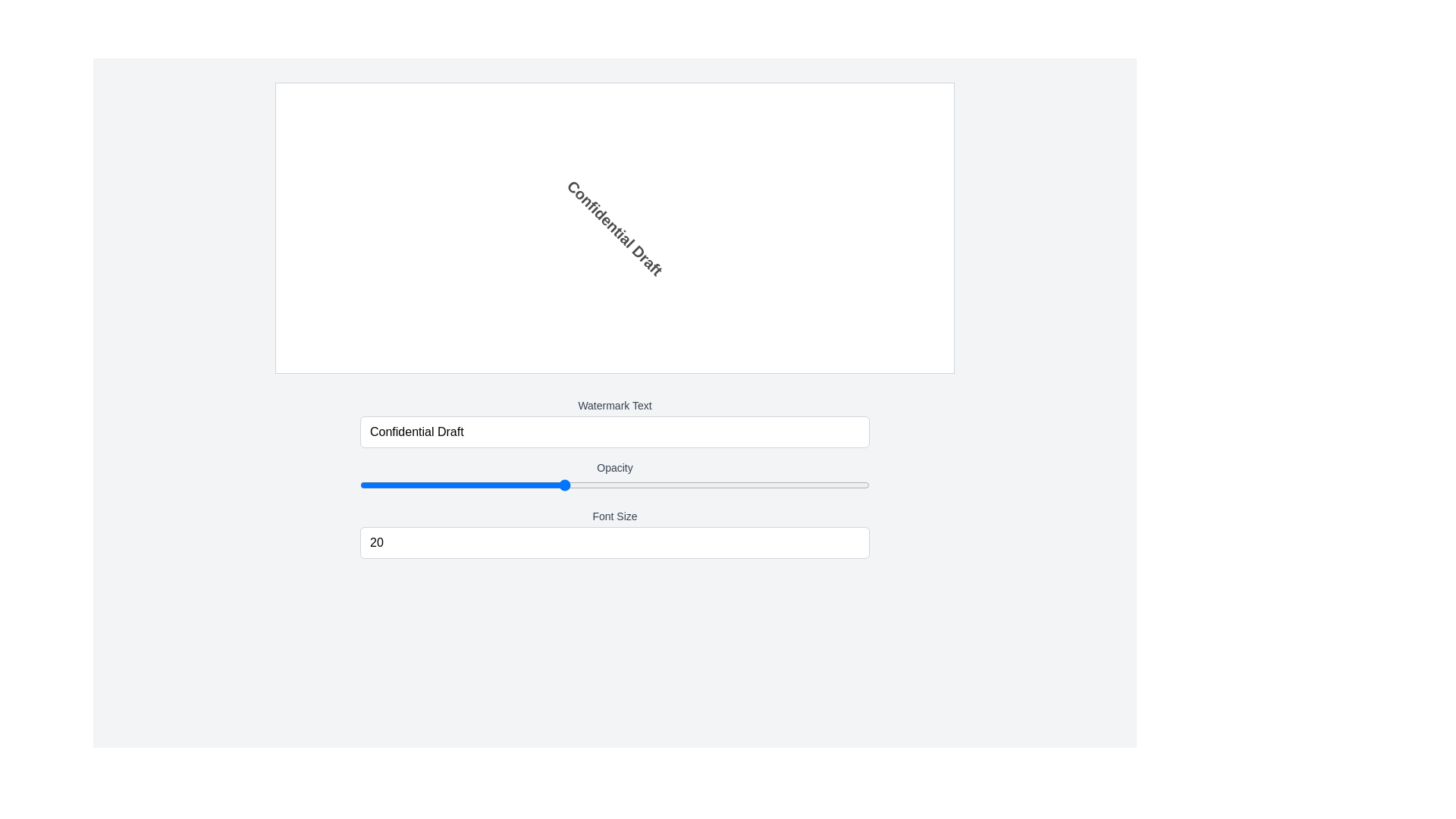 This screenshot has width=1456, height=819. What do you see at coordinates (359, 485) in the screenshot?
I see `opacity` at bounding box center [359, 485].